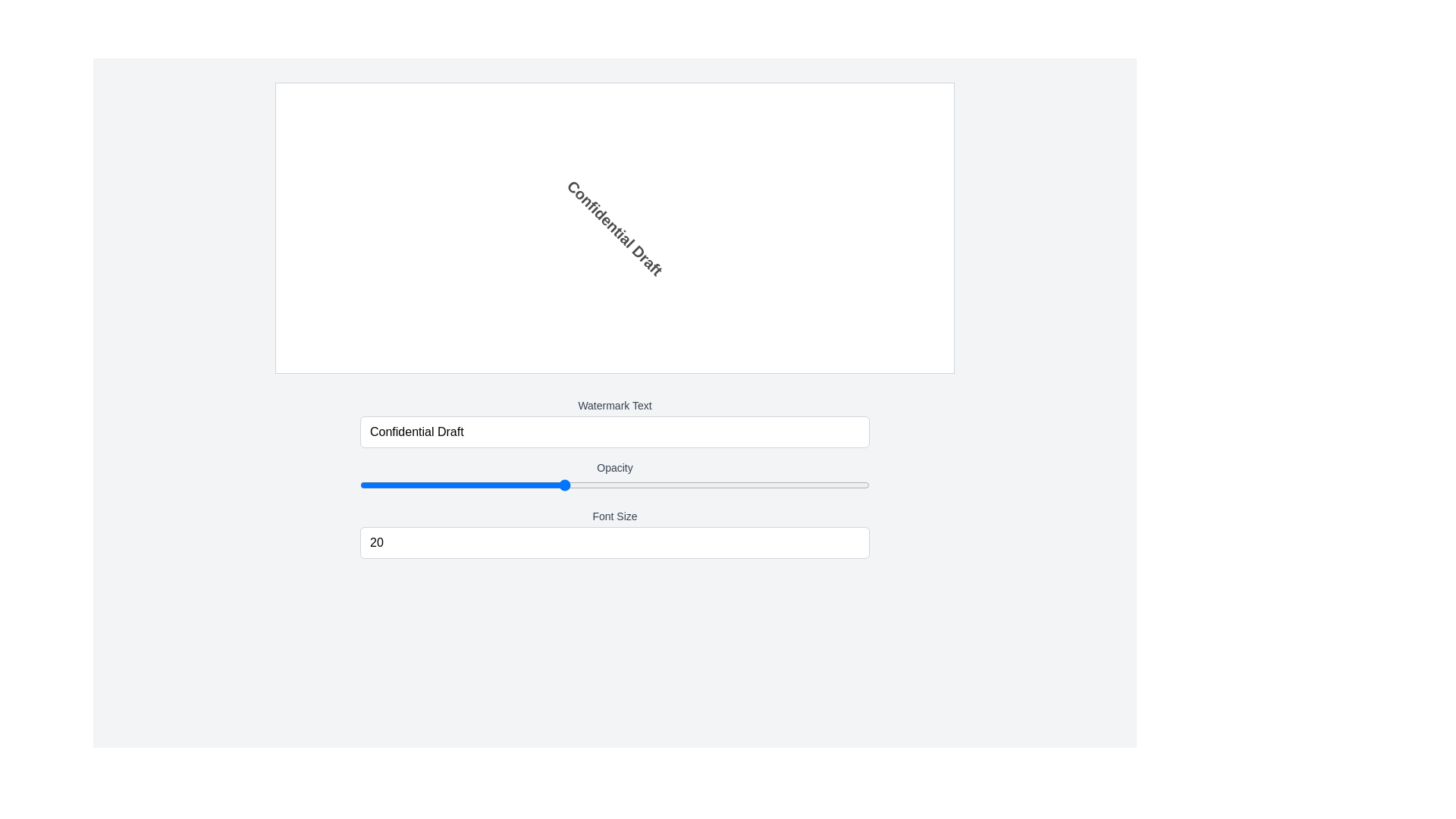 This screenshot has width=1456, height=819. What do you see at coordinates (359, 485) in the screenshot?
I see `opacity` at bounding box center [359, 485].